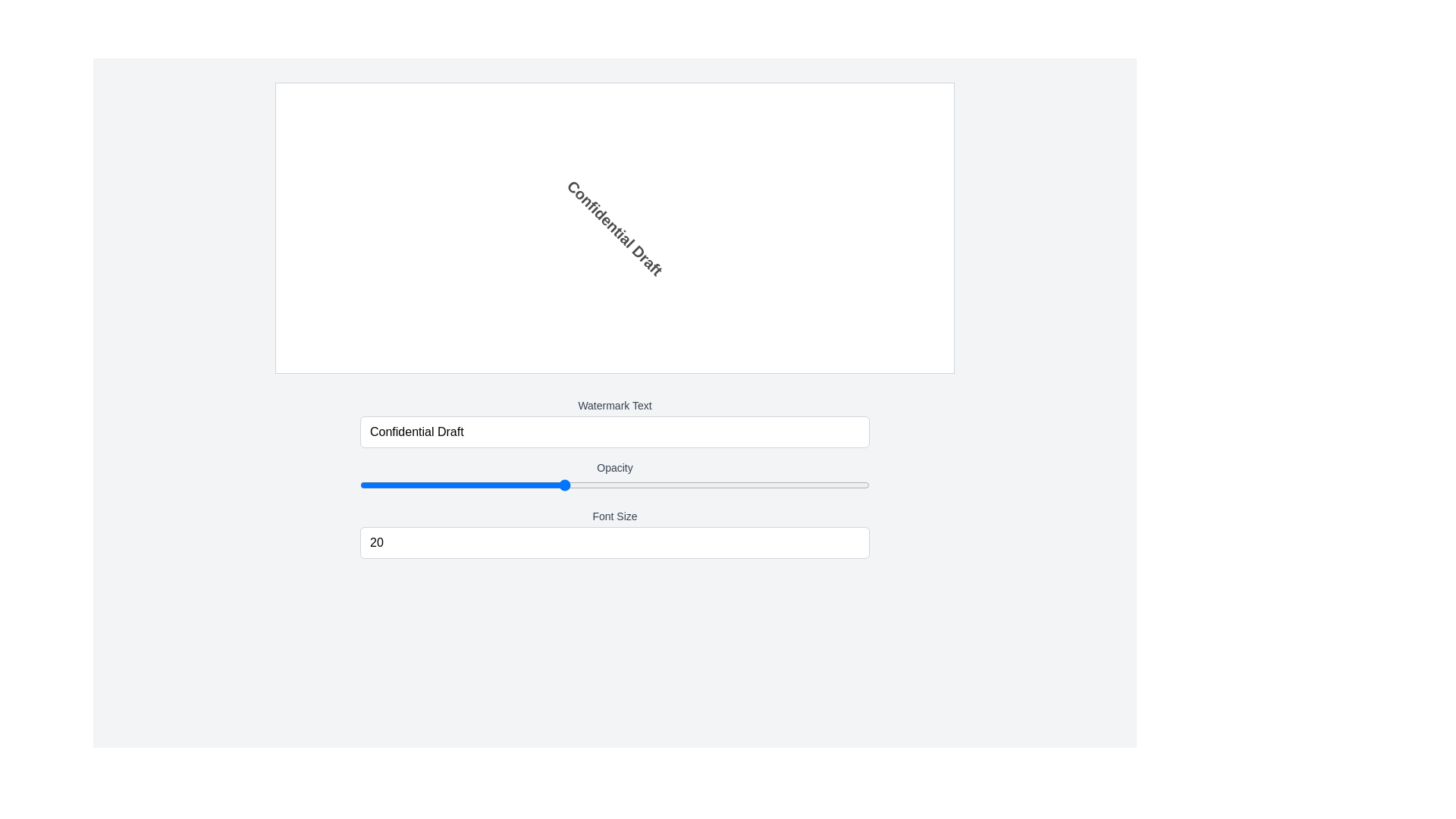 This screenshot has width=1456, height=819. What do you see at coordinates (359, 485) in the screenshot?
I see `opacity` at bounding box center [359, 485].